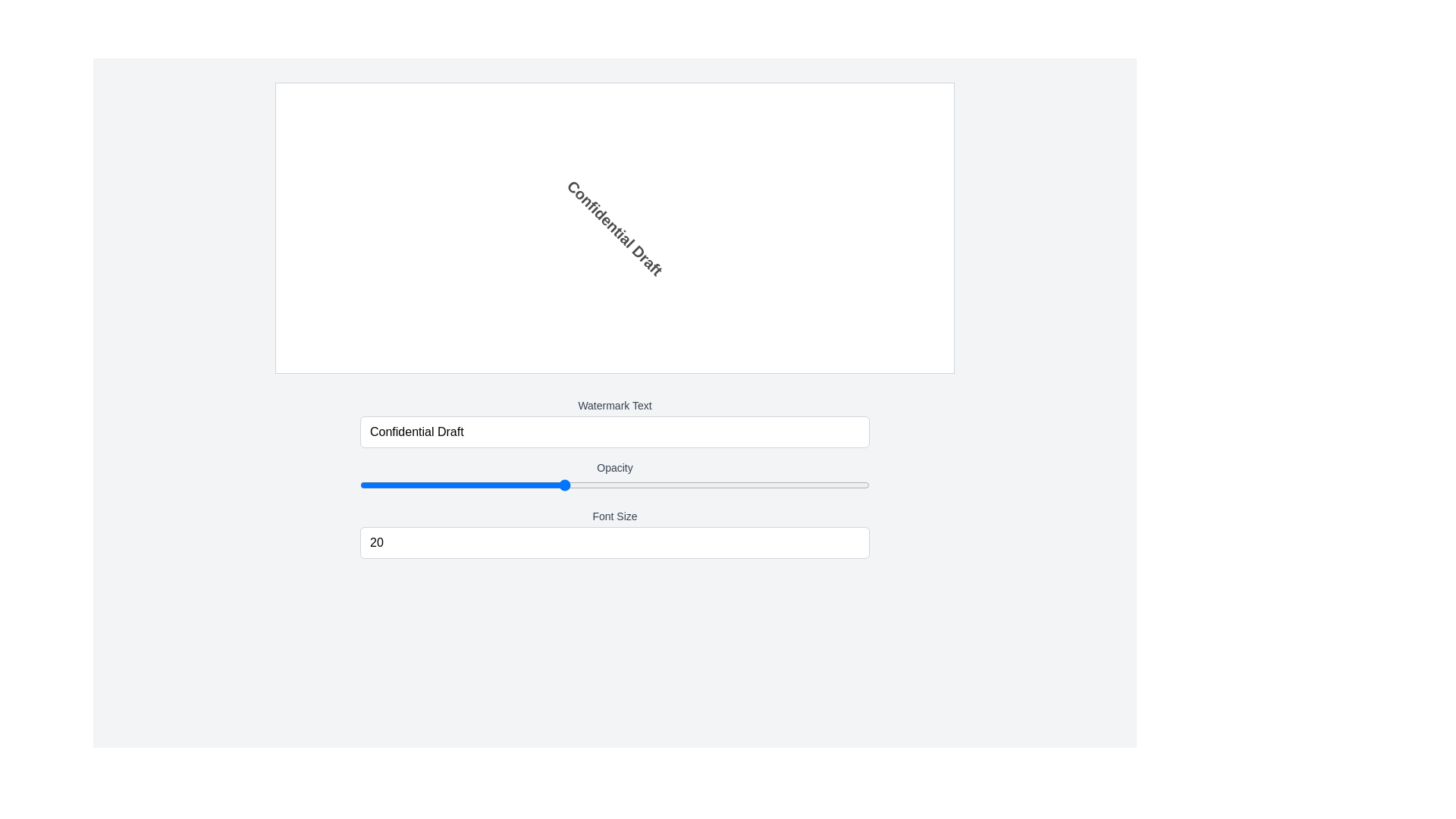 This screenshot has width=1456, height=819. What do you see at coordinates (359, 485) in the screenshot?
I see `opacity` at bounding box center [359, 485].